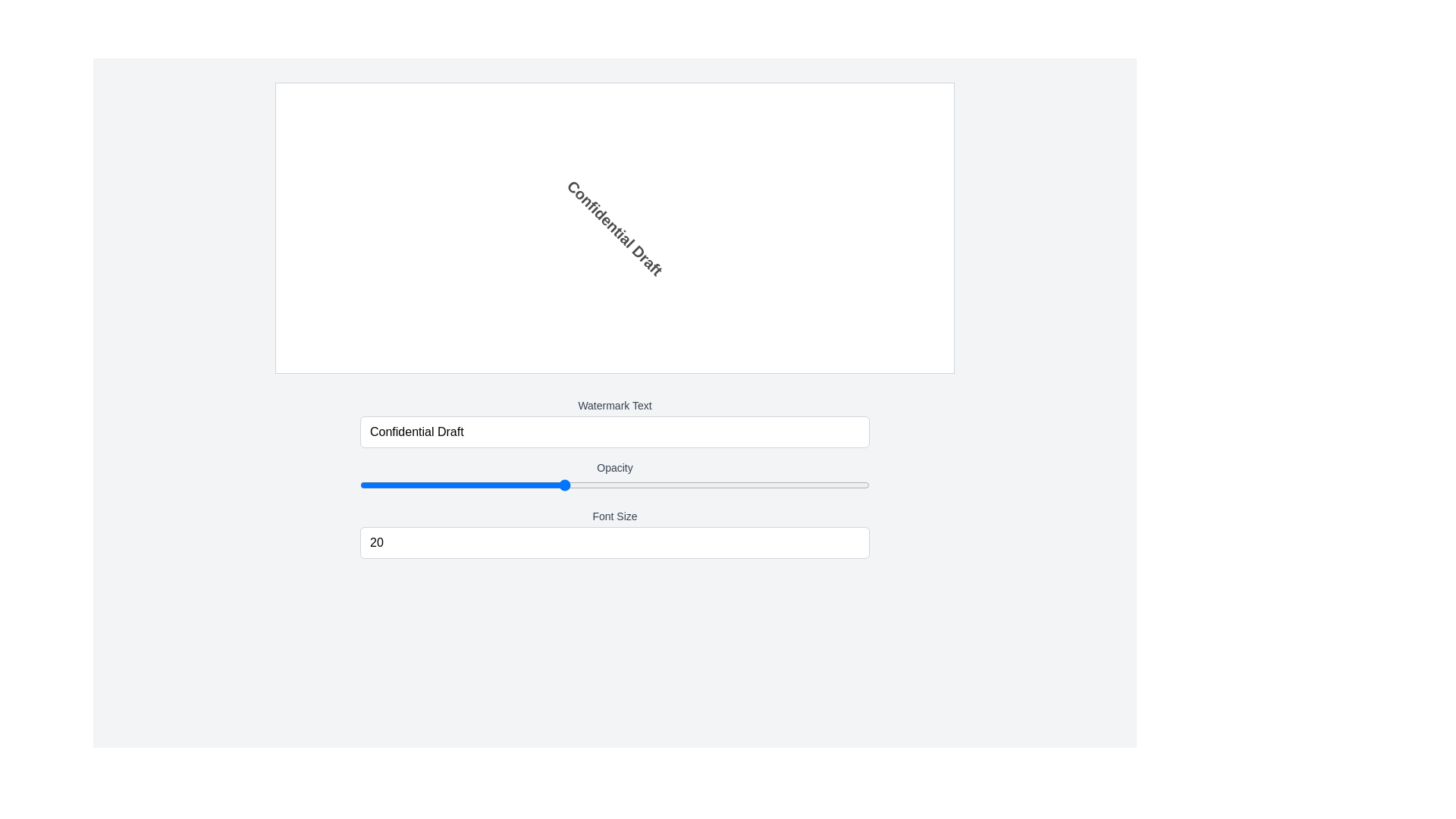 This screenshot has width=1456, height=819. What do you see at coordinates (359, 485) in the screenshot?
I see `opacity` at bounding box center [359, 485].